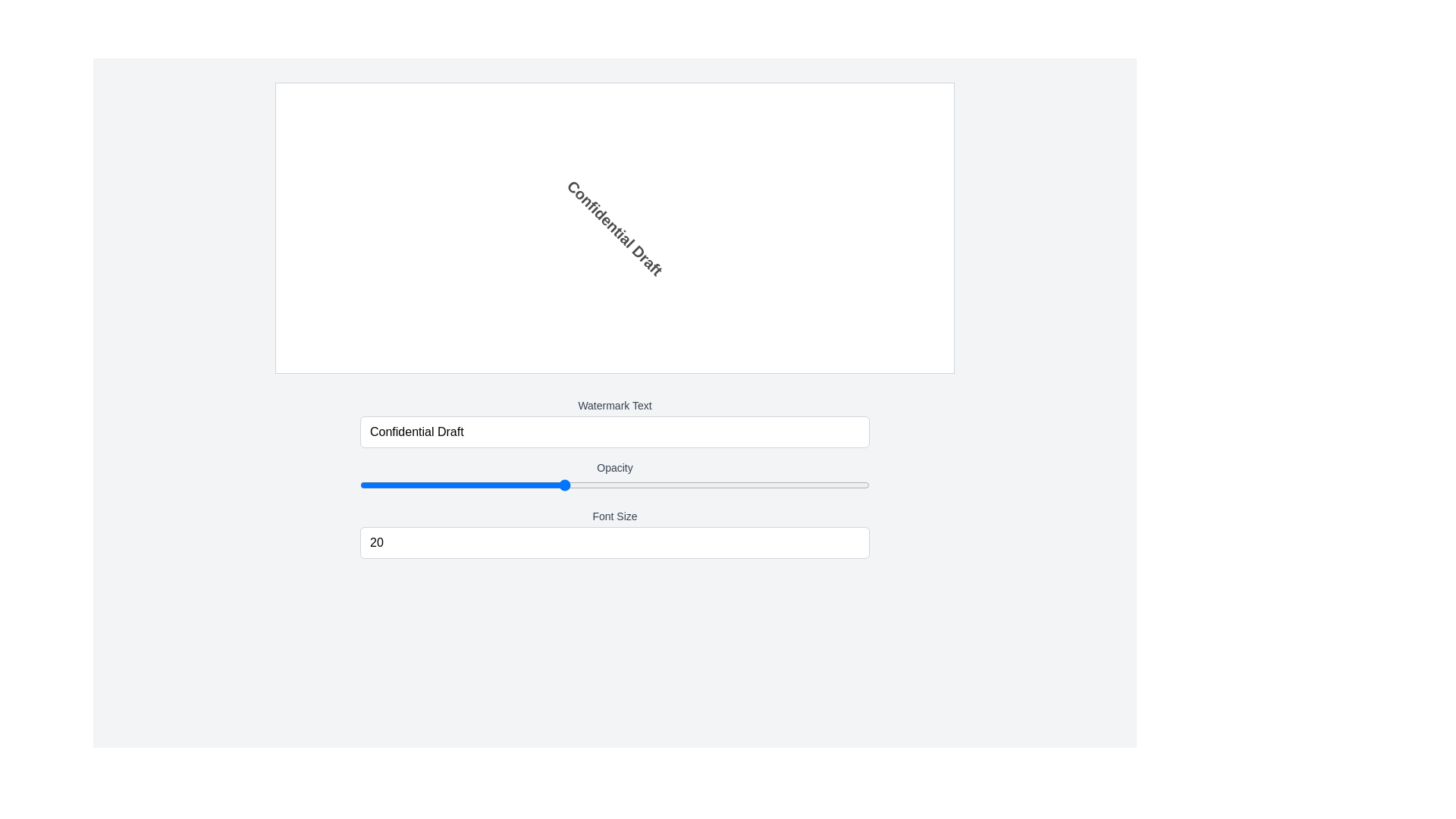 This screenshot has width=1456, height=819. What do you see at coordinates (359, 485) in the screenshot?
I see `opacity` at bounding box center [359, 485].